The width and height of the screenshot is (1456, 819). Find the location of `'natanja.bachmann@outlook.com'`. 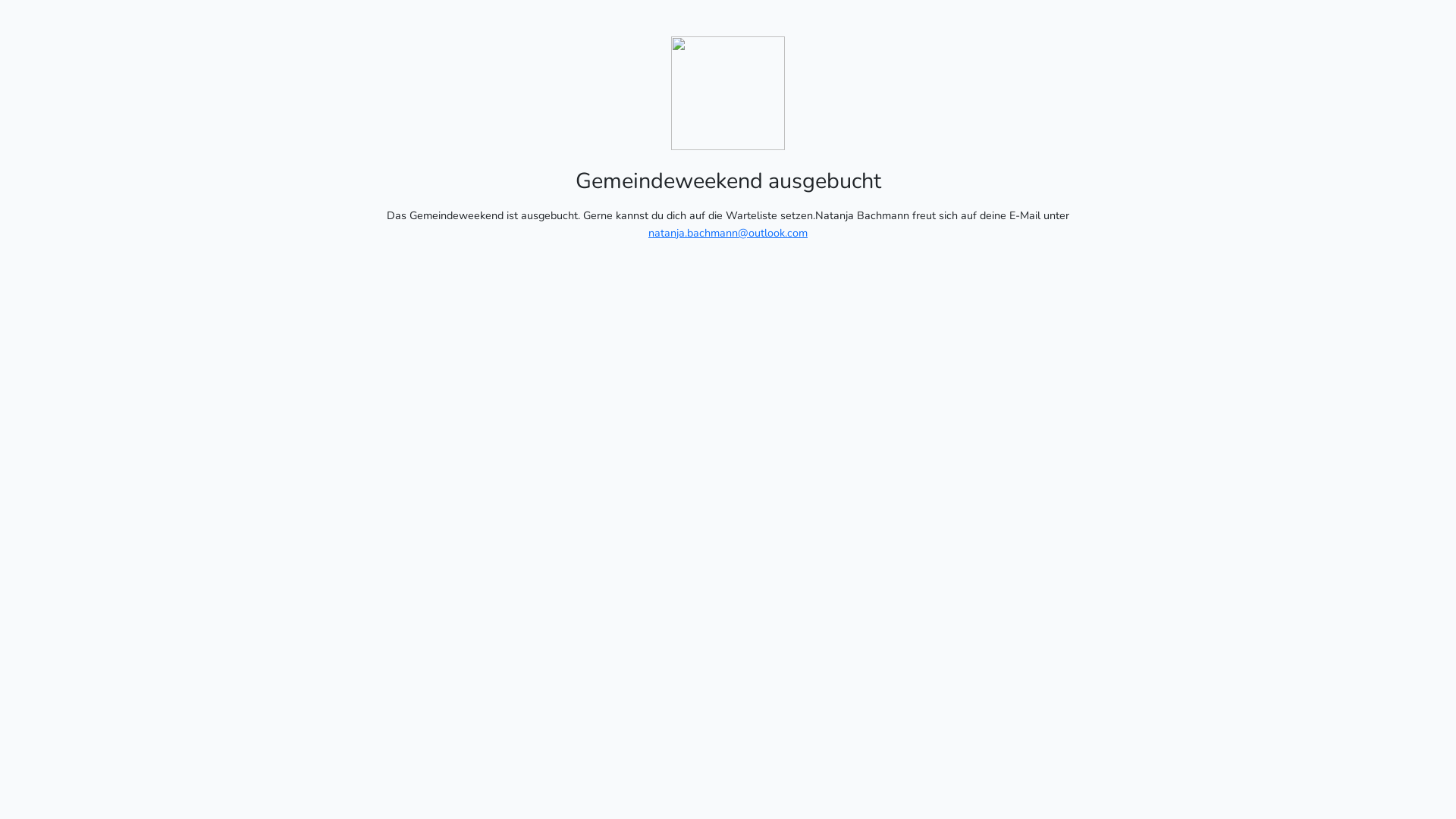

'natanja.bachmann@outlook.com' is located at coordinates (728, 233).